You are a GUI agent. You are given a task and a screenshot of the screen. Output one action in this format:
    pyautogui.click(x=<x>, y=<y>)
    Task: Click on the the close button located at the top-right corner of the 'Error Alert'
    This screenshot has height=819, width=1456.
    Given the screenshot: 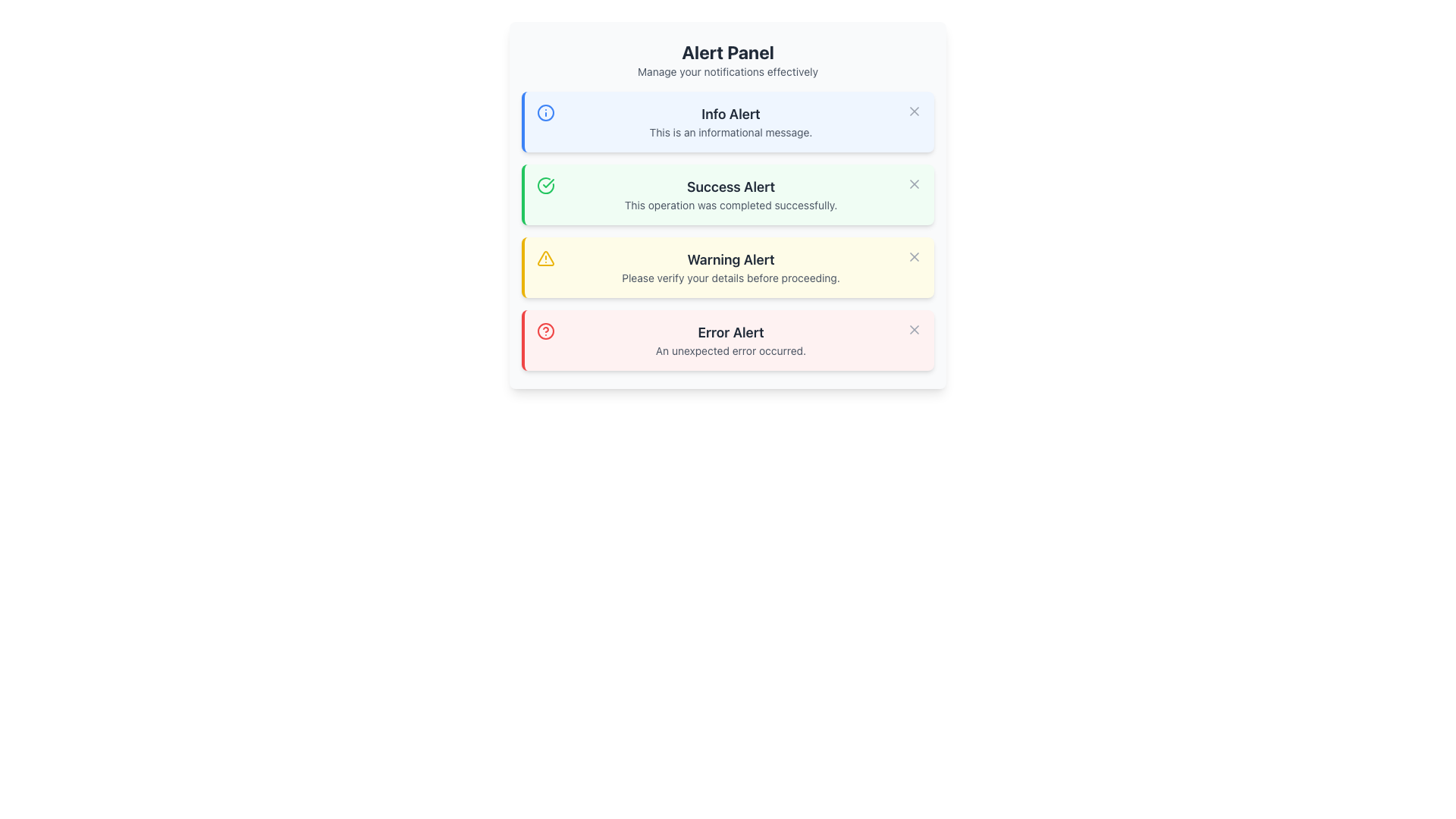 What is the action you would take?
    pyautogui.click(x=913, y=329)
    